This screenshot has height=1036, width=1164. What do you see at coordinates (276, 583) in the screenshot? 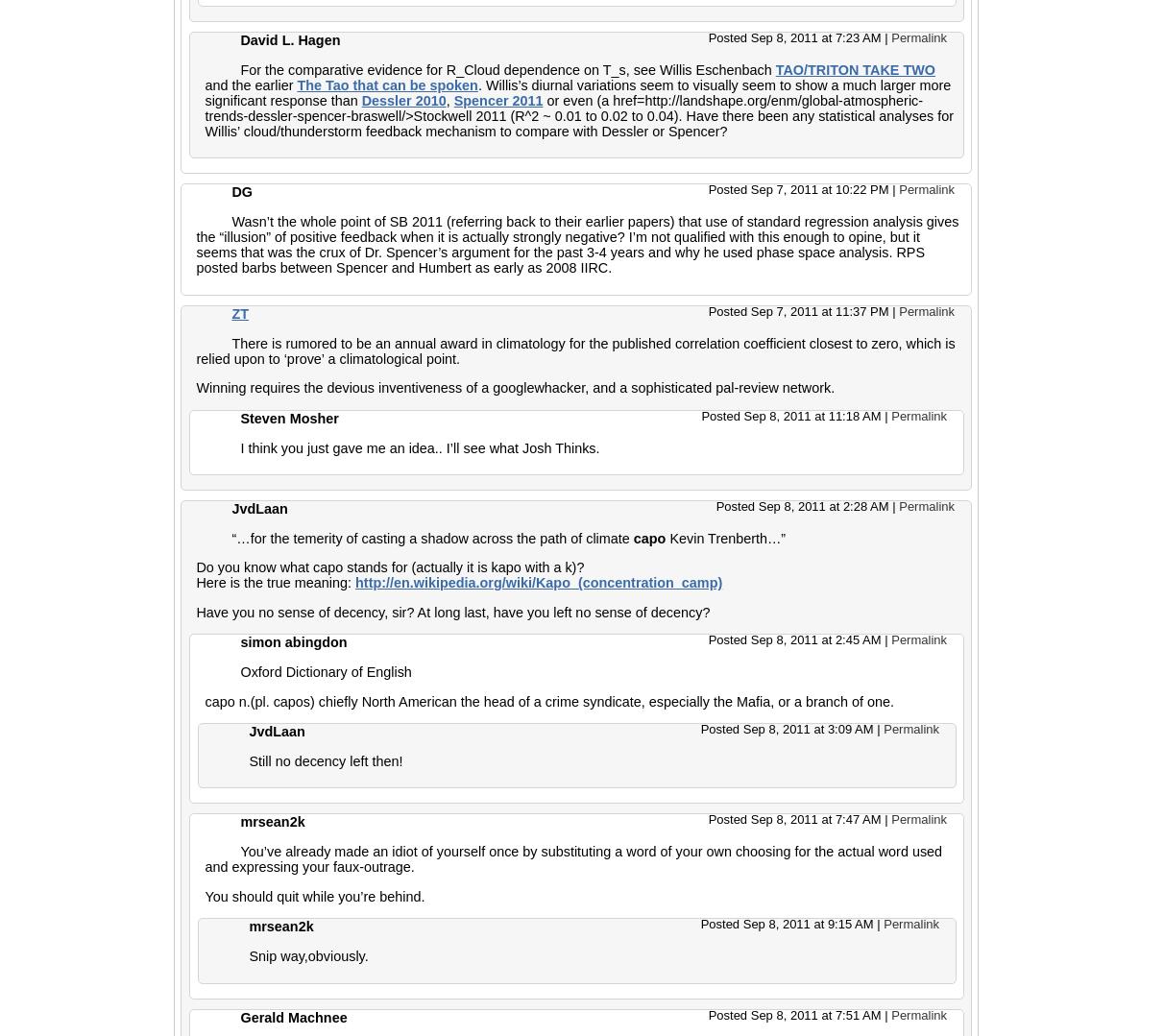
I see `'Here is the true meaning:'` at bounding box center [276, 583].